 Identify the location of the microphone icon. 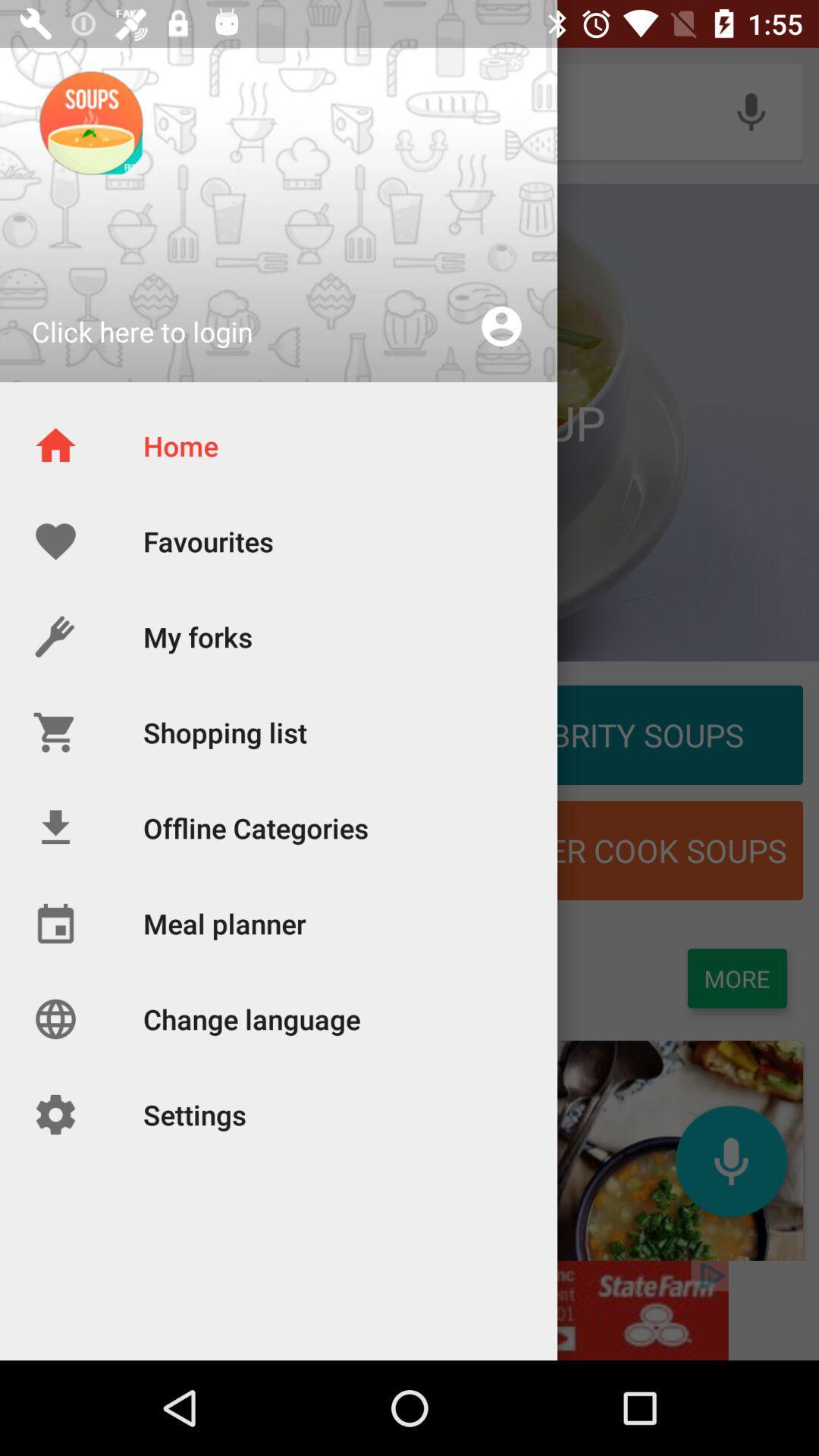
(730, 1160).